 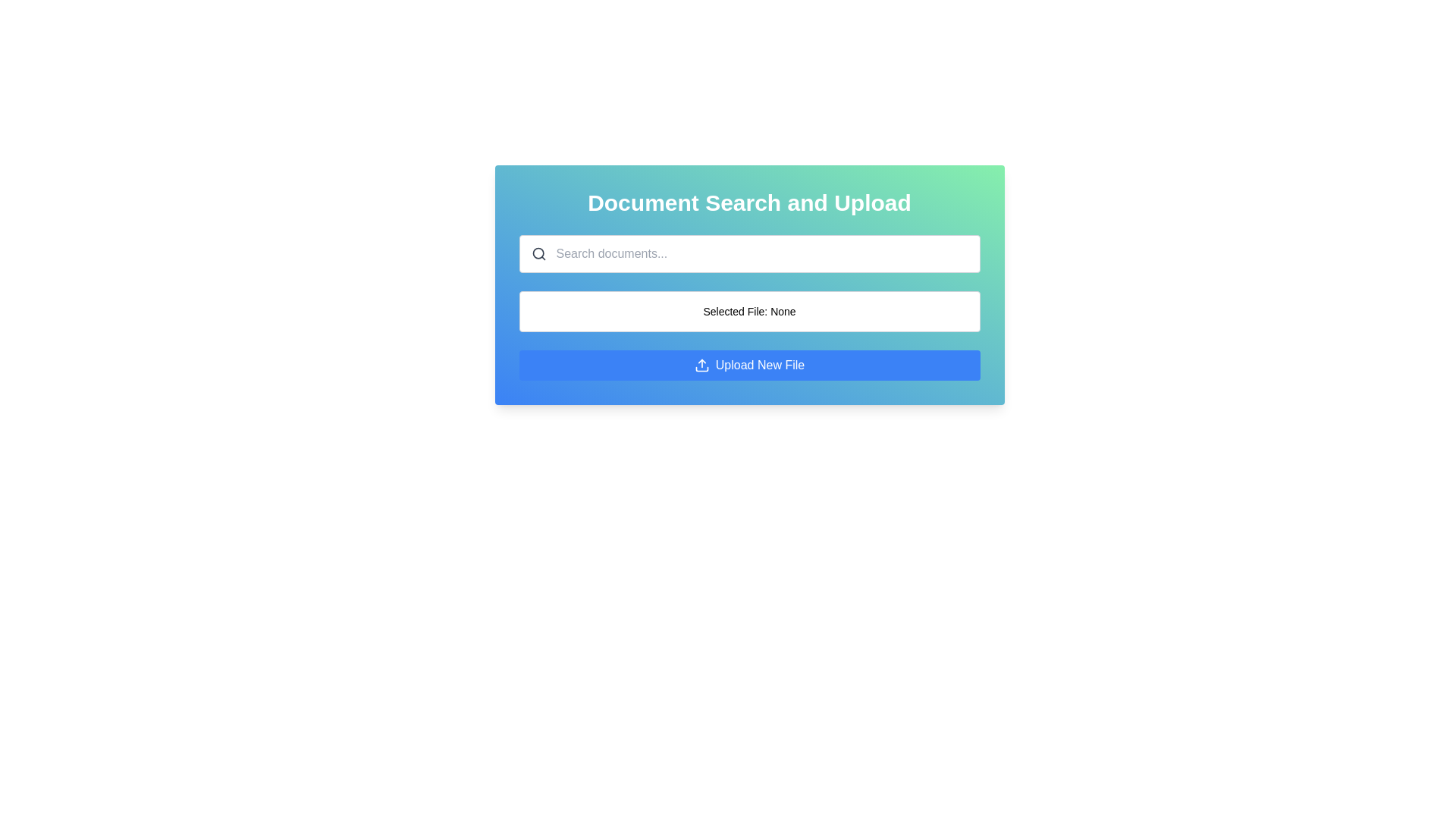 I want to click on the display box that shows the currently selected file for upload, which is located beneath the search box labeled 'Search documents...' and above the blue button labeled 'Upload New File', so click(x=749, y=311).